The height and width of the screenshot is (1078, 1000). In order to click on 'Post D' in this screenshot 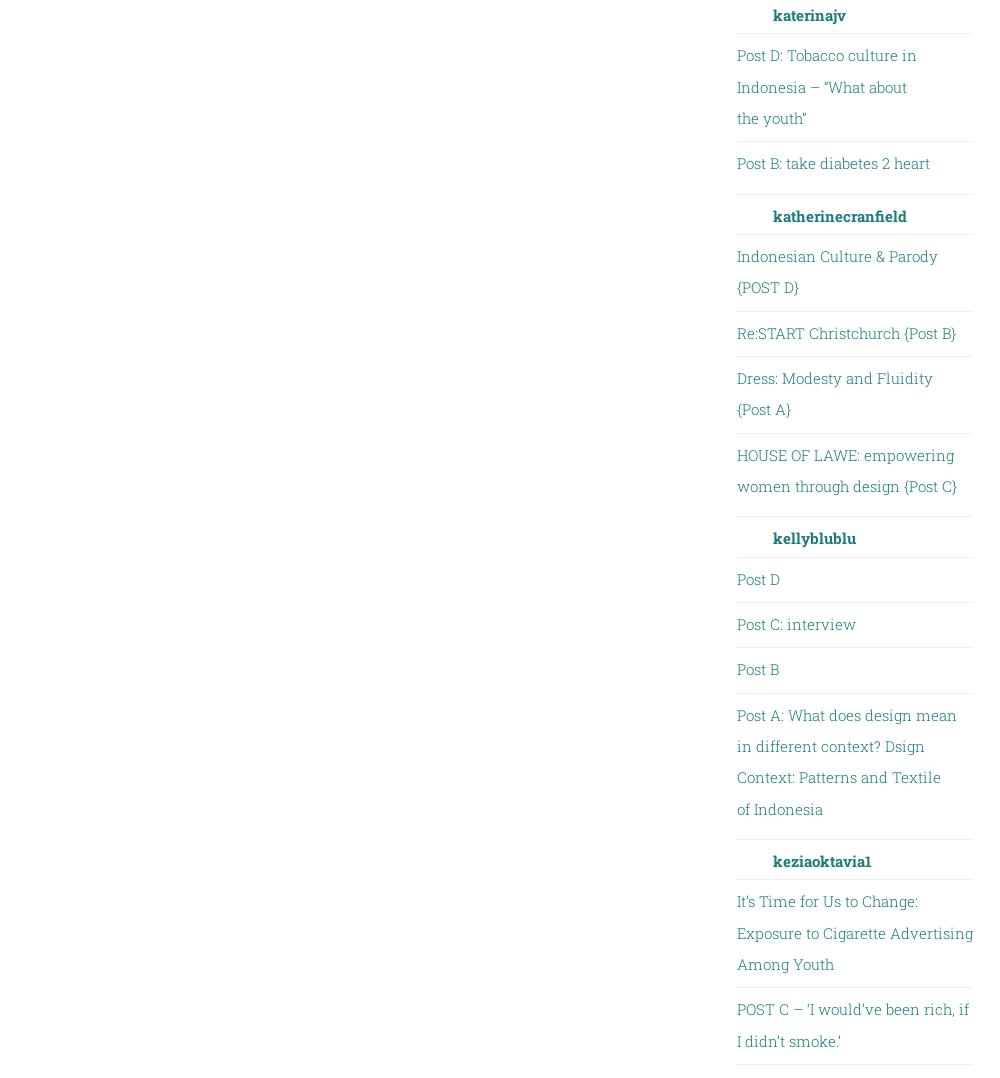, I will do `click(757, 578)`.